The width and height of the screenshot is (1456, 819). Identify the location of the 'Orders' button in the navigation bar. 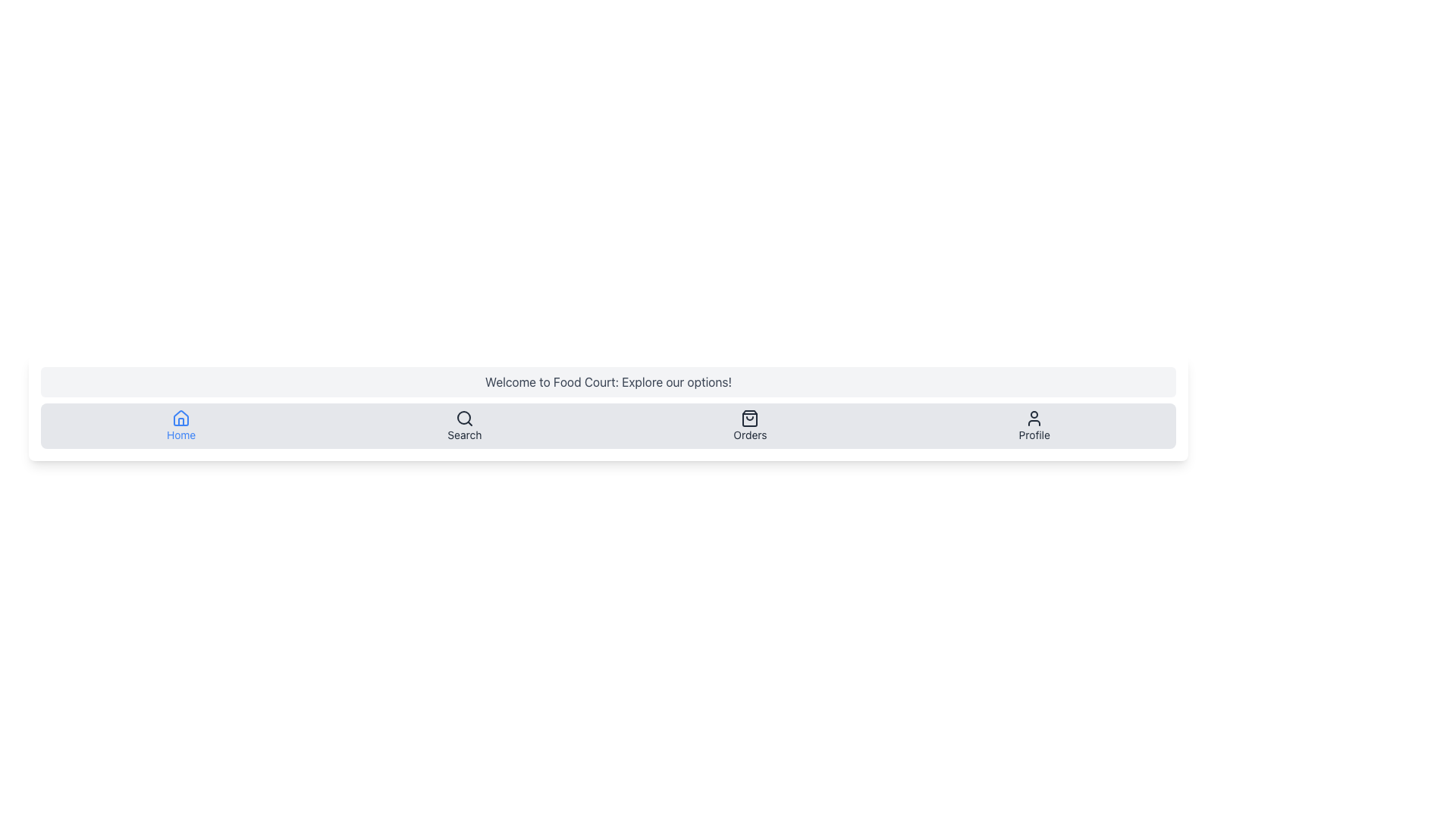
(750, 426).